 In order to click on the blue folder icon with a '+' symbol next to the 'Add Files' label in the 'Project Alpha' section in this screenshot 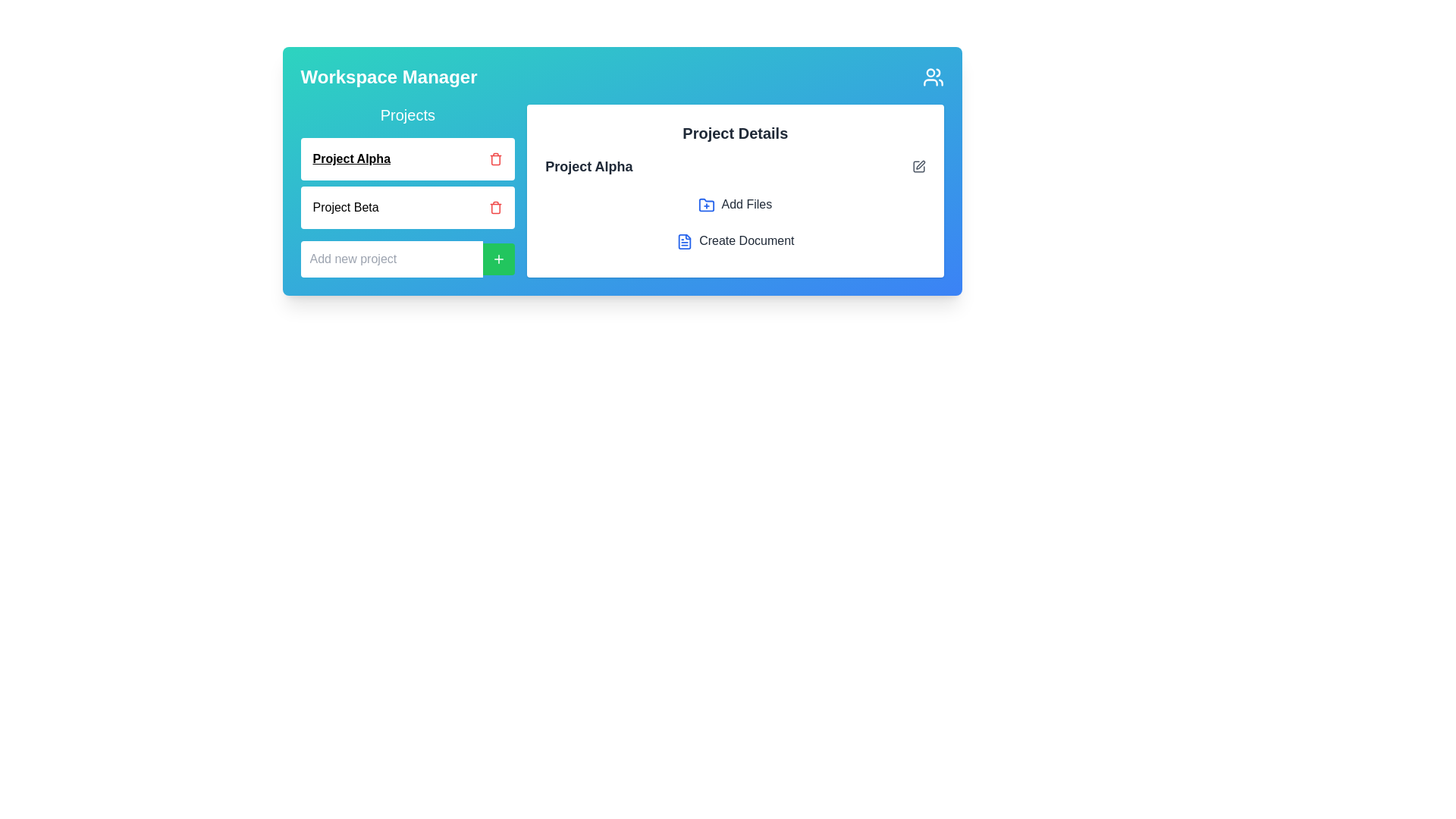, I will do `click(735, 202)`.